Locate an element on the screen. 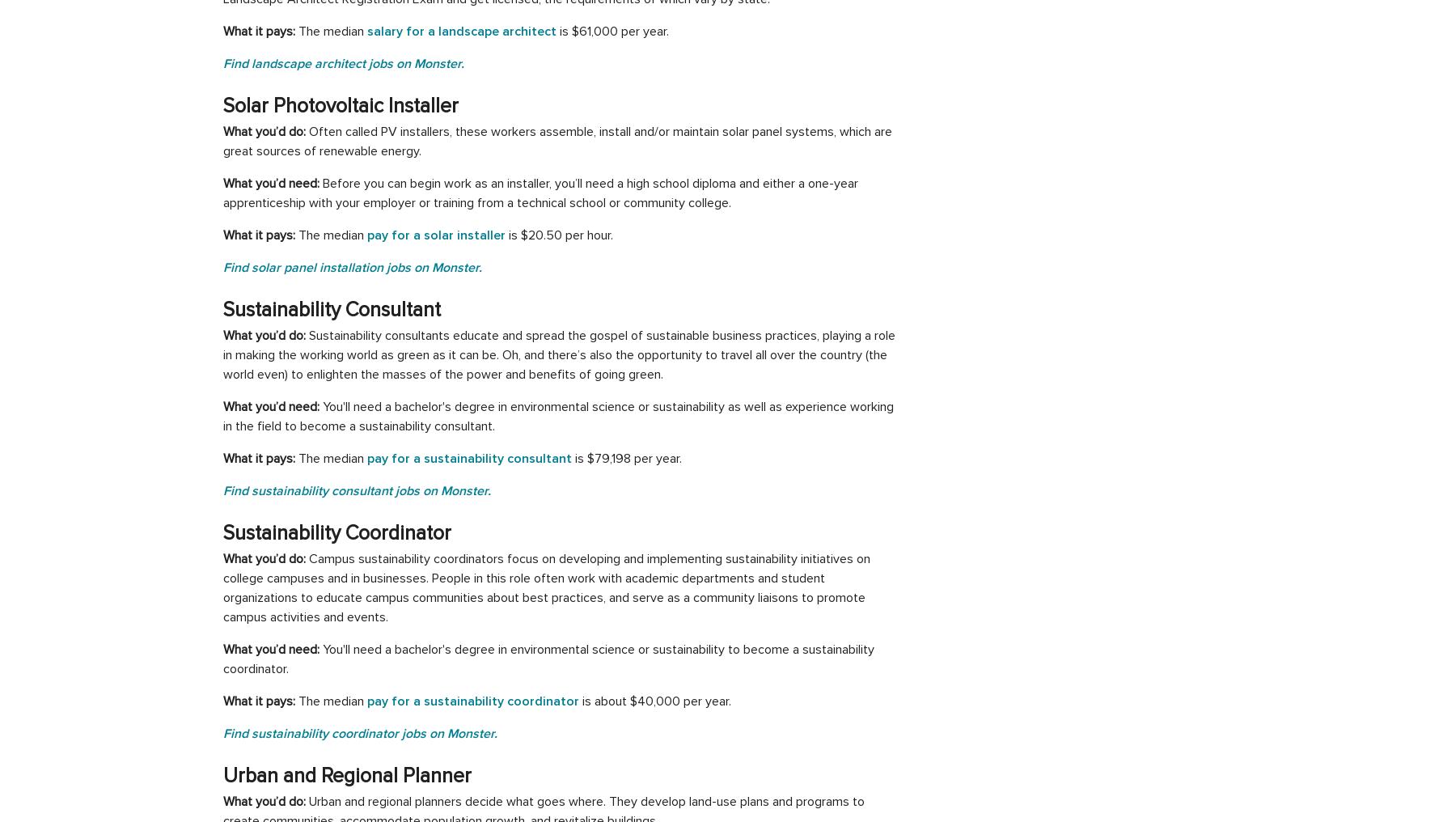 Image resolution: width=1456 pixels, height=822 pixels. 'pay for a solar installer' is located at coordinates (366, 234).